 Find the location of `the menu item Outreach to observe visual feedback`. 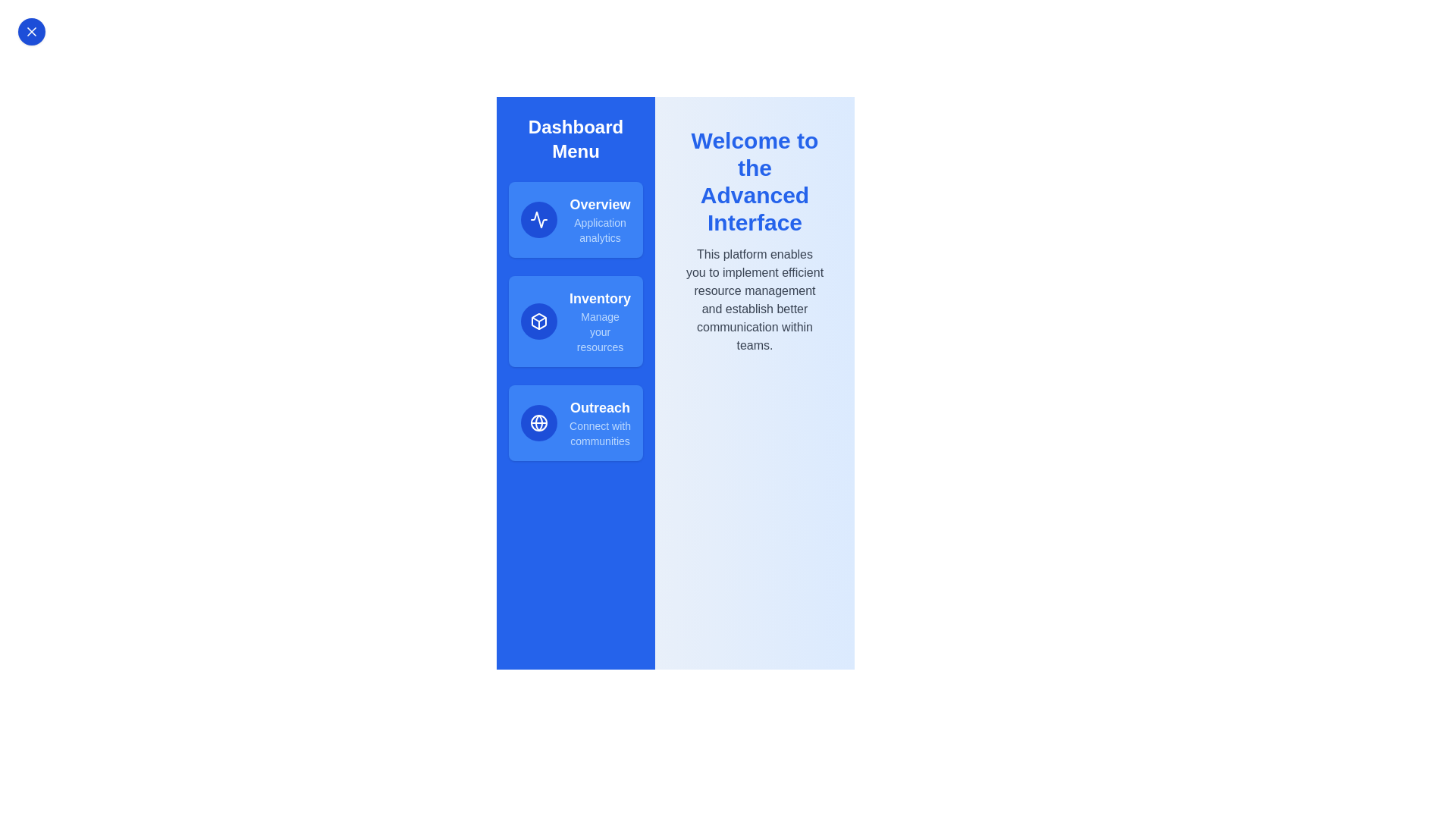

the menu item Outreach to observe visual feedback is located at coordinates (575, 423).